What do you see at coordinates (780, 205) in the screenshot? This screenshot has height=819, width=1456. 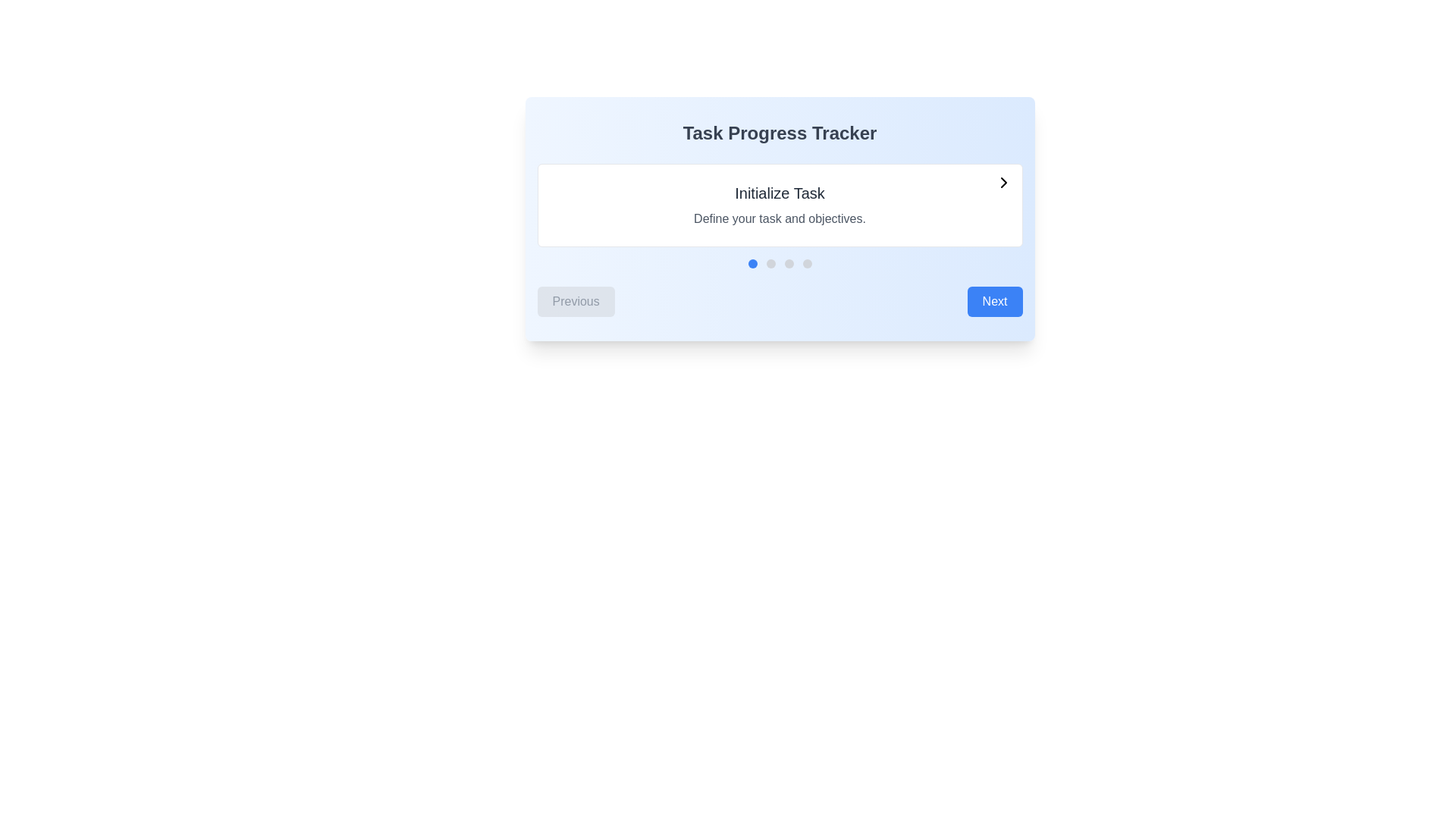 I see `the text block that contains the title 'Initialize Task' and the description 'Define your task and objectives.'` at bounding box center [780, 205].